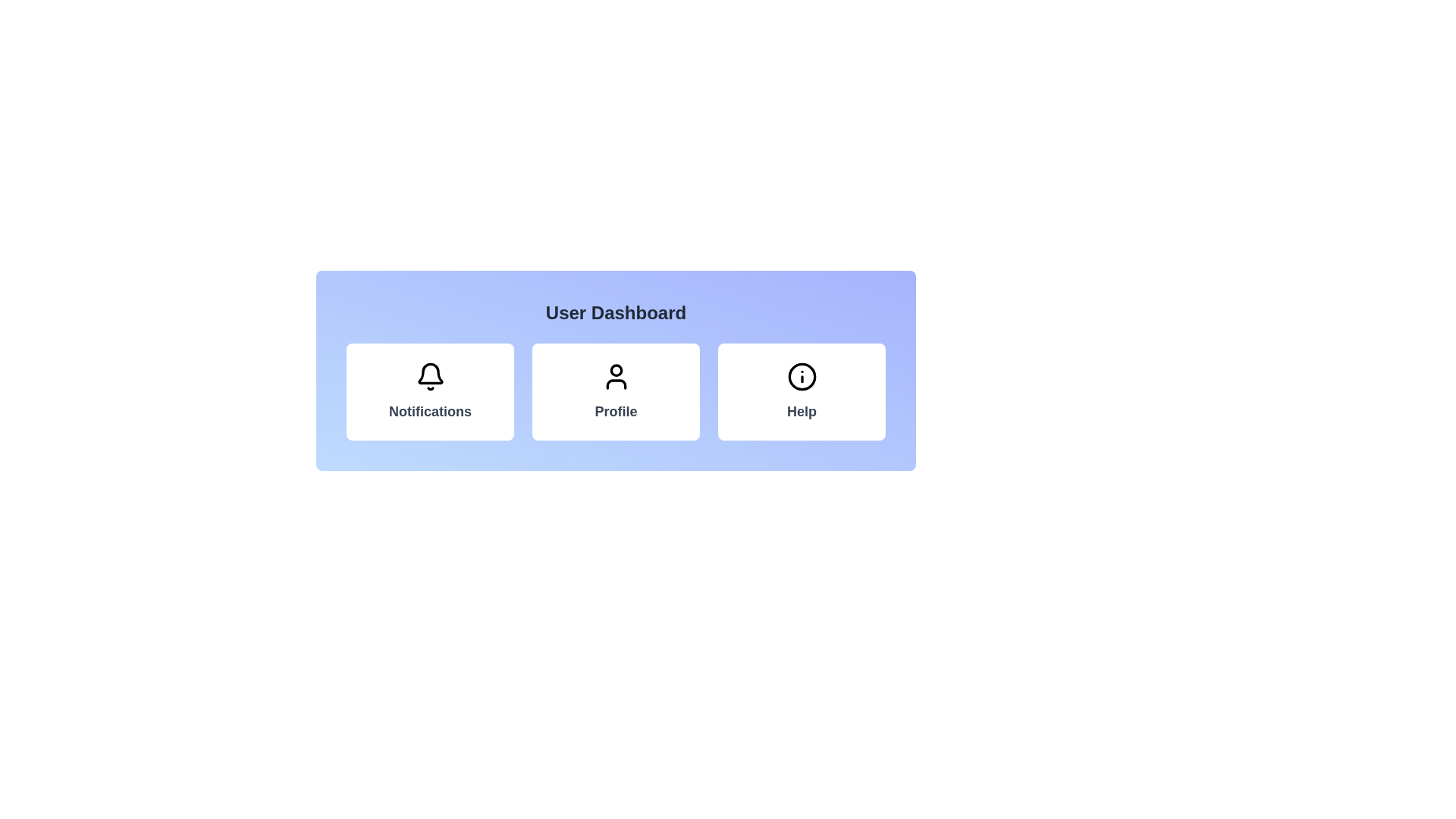 This screenshot has width=1456, height=819. Describe the element at coordinates (801, 376) in the screenshot. I see `the circular information icon labeled in the 'Help' box on the dashboard` at that location.